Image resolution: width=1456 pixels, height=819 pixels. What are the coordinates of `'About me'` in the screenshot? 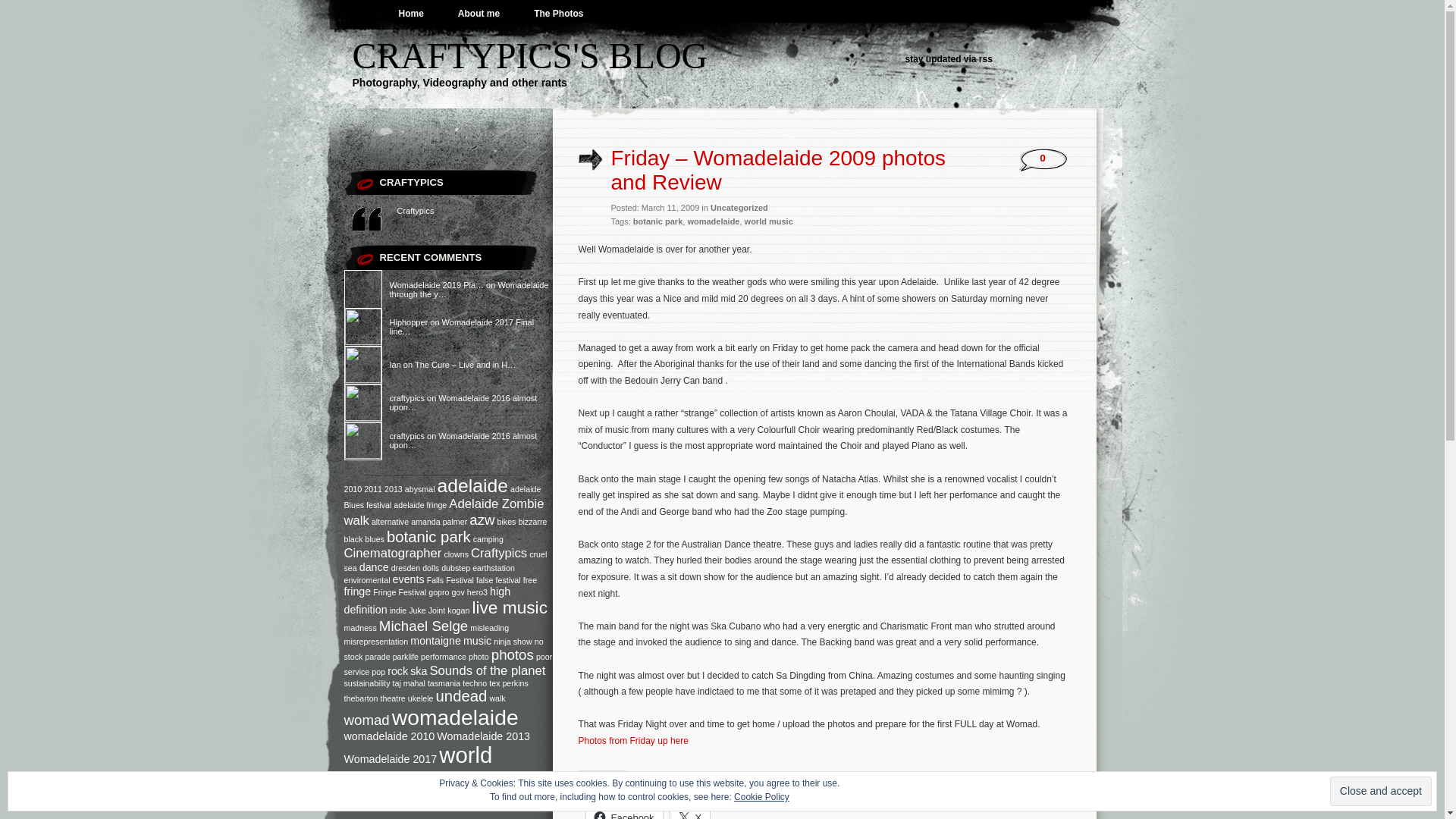 It's located at (478, 14).